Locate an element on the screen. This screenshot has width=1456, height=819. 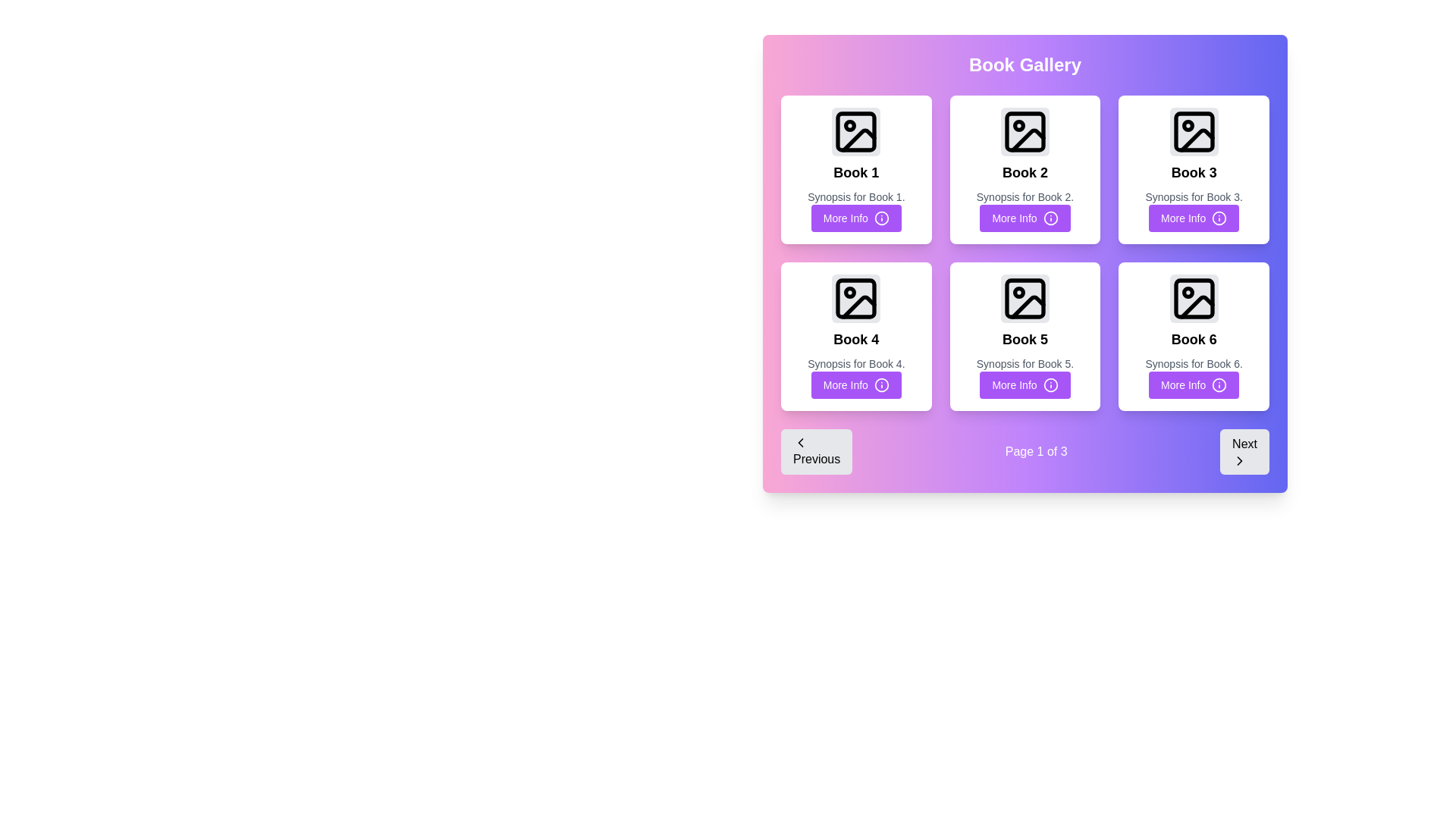
the text label displaying the synopsis for 'Book 3' is located at coordinates (1193, 196).